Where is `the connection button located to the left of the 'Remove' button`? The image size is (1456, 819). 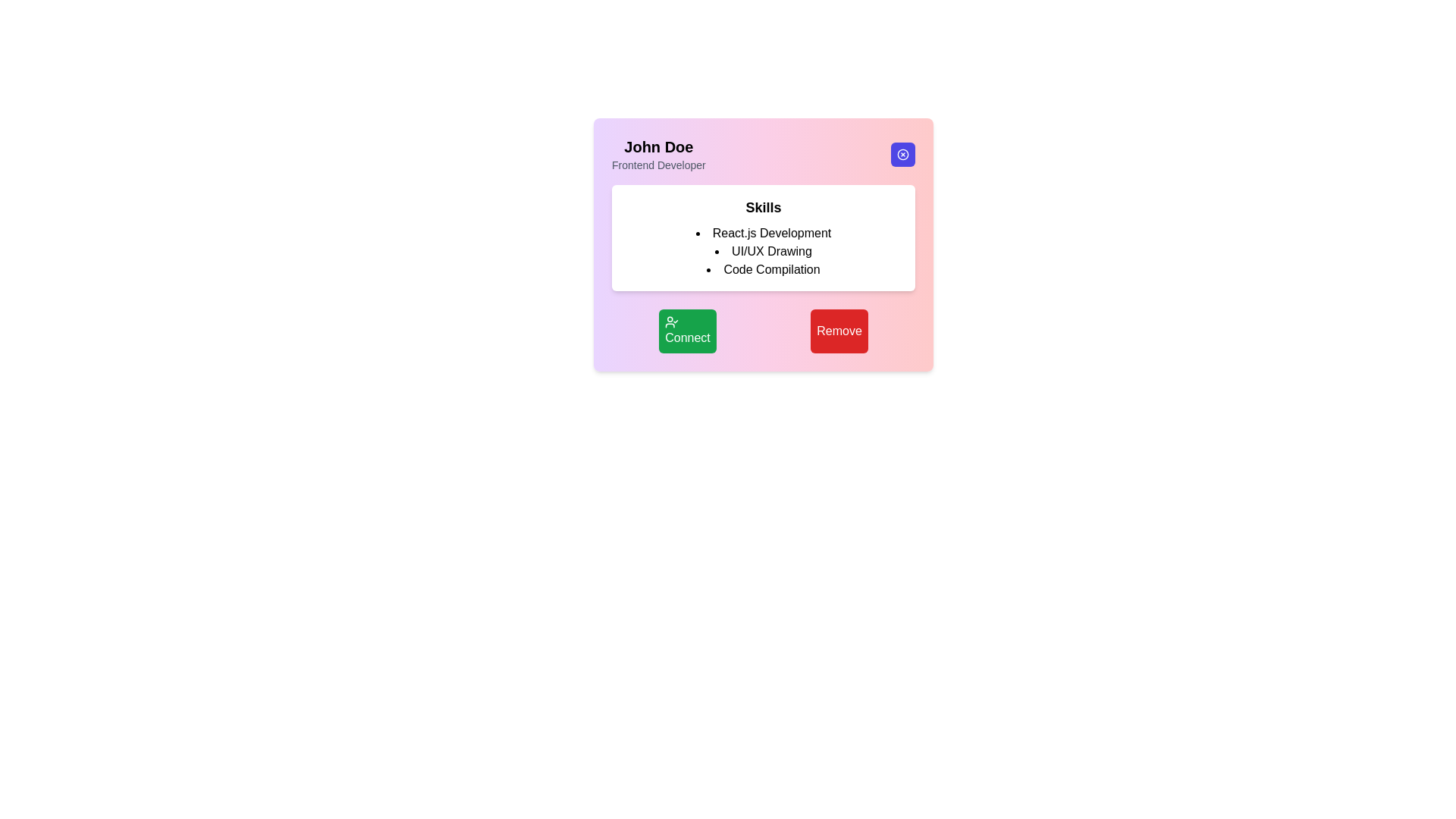
the connection button located to the left of the 'Remove' button is located at coordinates (687, 330).